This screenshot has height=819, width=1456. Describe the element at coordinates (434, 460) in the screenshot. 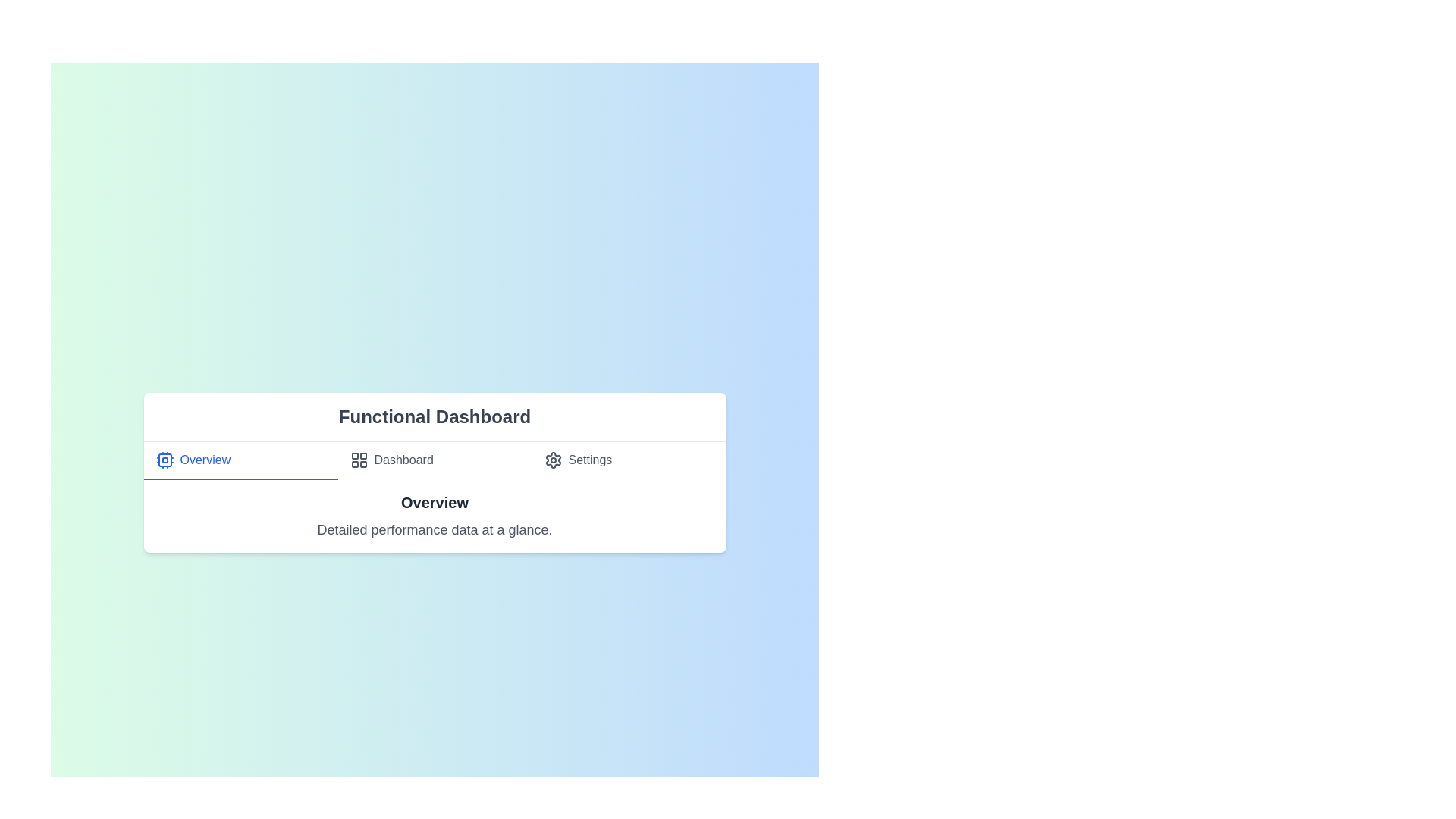

I see `the Dashboard tab by clicking on it` at that location.